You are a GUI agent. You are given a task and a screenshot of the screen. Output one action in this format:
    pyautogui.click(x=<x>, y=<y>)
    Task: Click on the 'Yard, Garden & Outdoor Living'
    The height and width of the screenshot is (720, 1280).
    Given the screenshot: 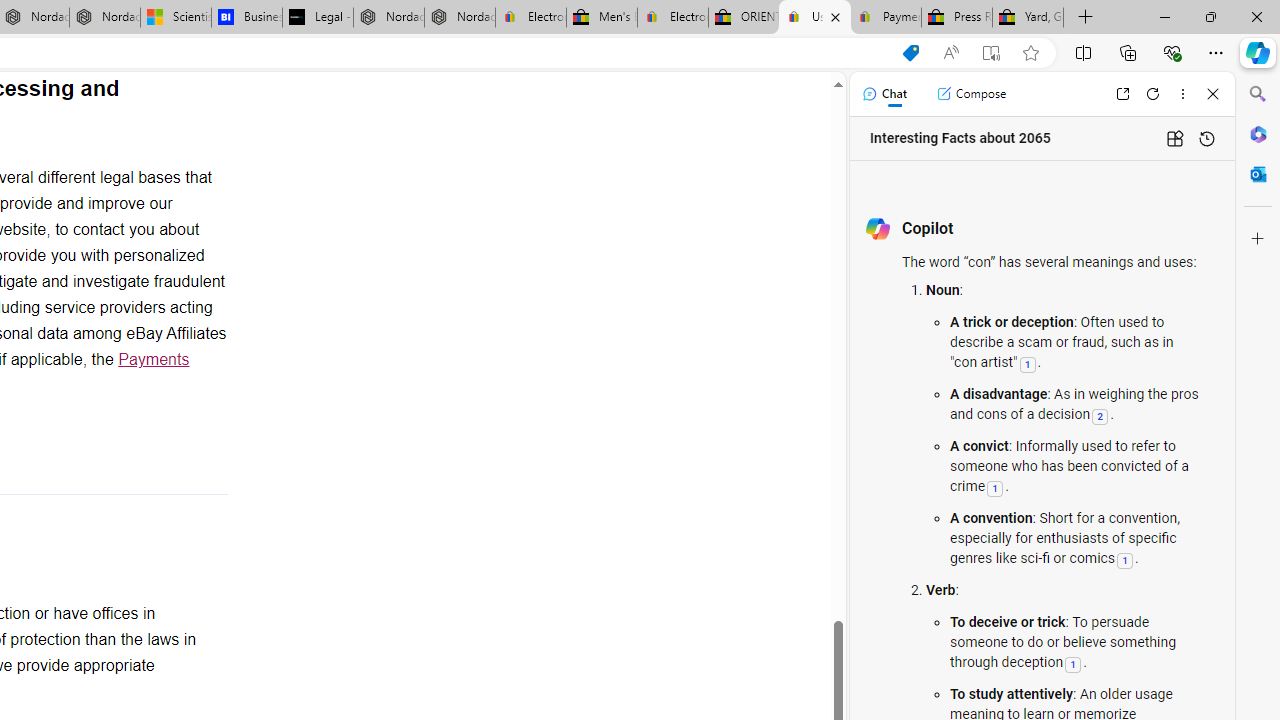 What is the action you would take?
    pyautogui.click(x=1028, y=17)
    